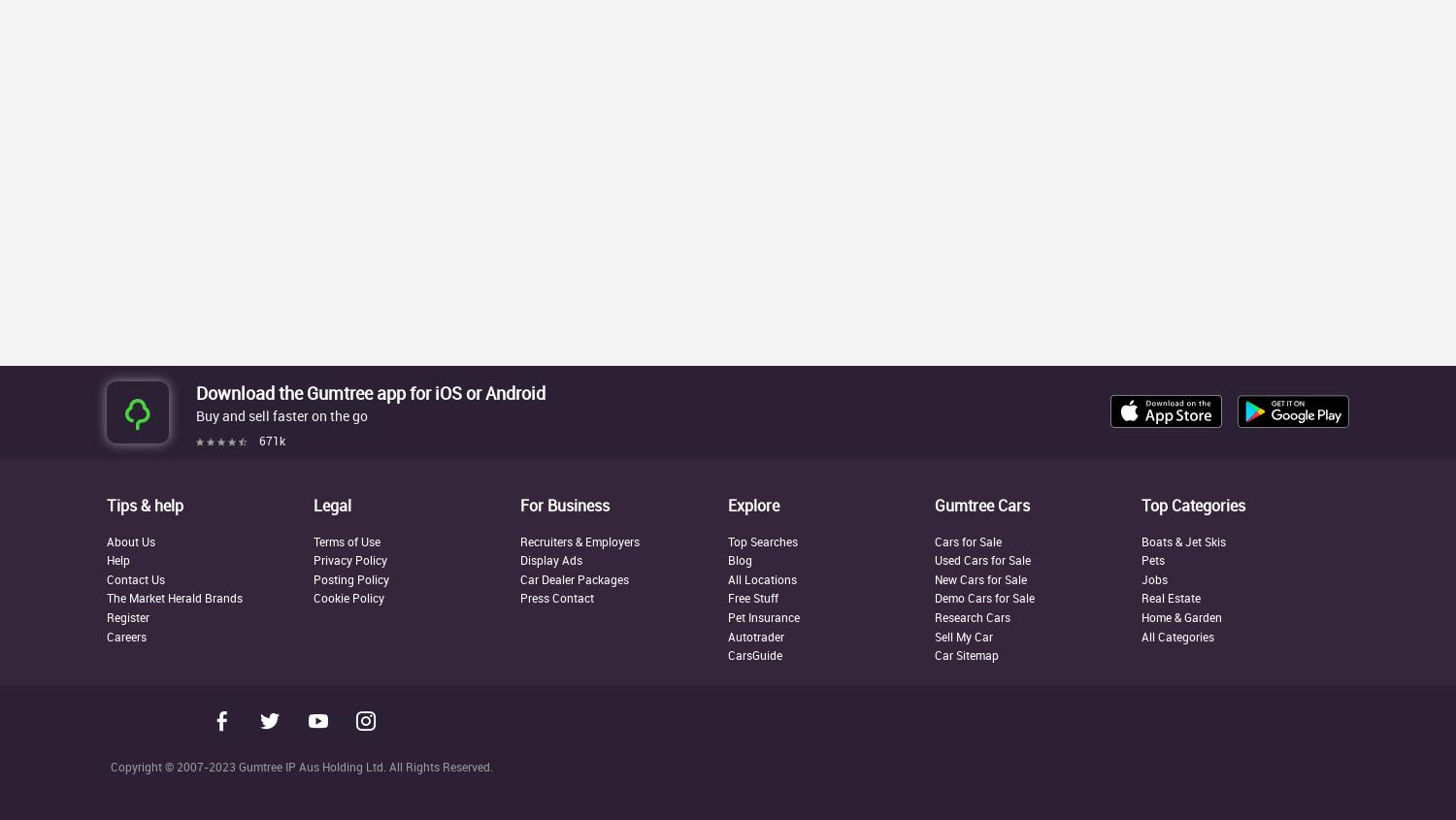  I want to click on 'Pets', so click(1153, 558).